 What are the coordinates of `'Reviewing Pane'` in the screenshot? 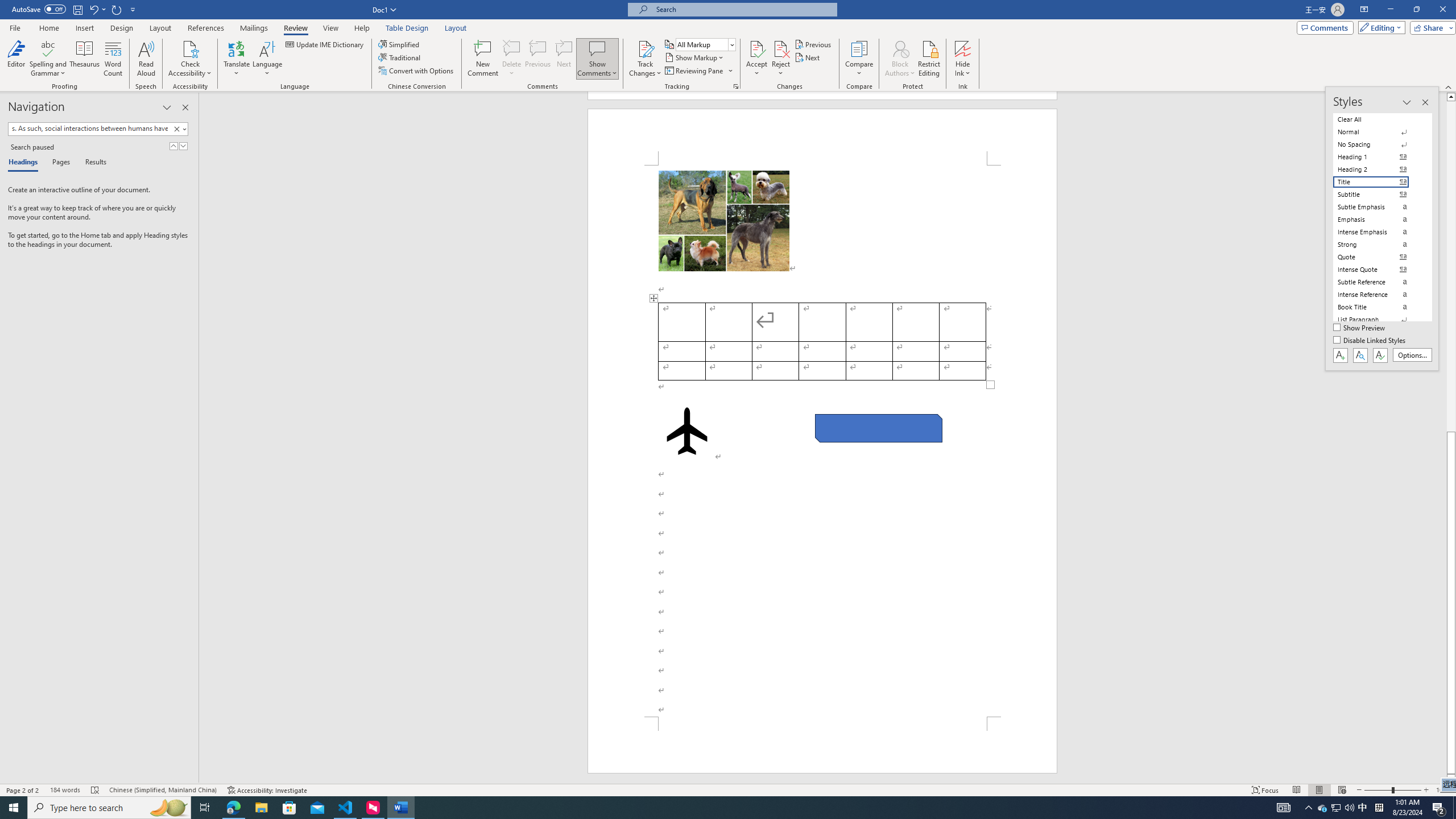 It's located at (698, 69).